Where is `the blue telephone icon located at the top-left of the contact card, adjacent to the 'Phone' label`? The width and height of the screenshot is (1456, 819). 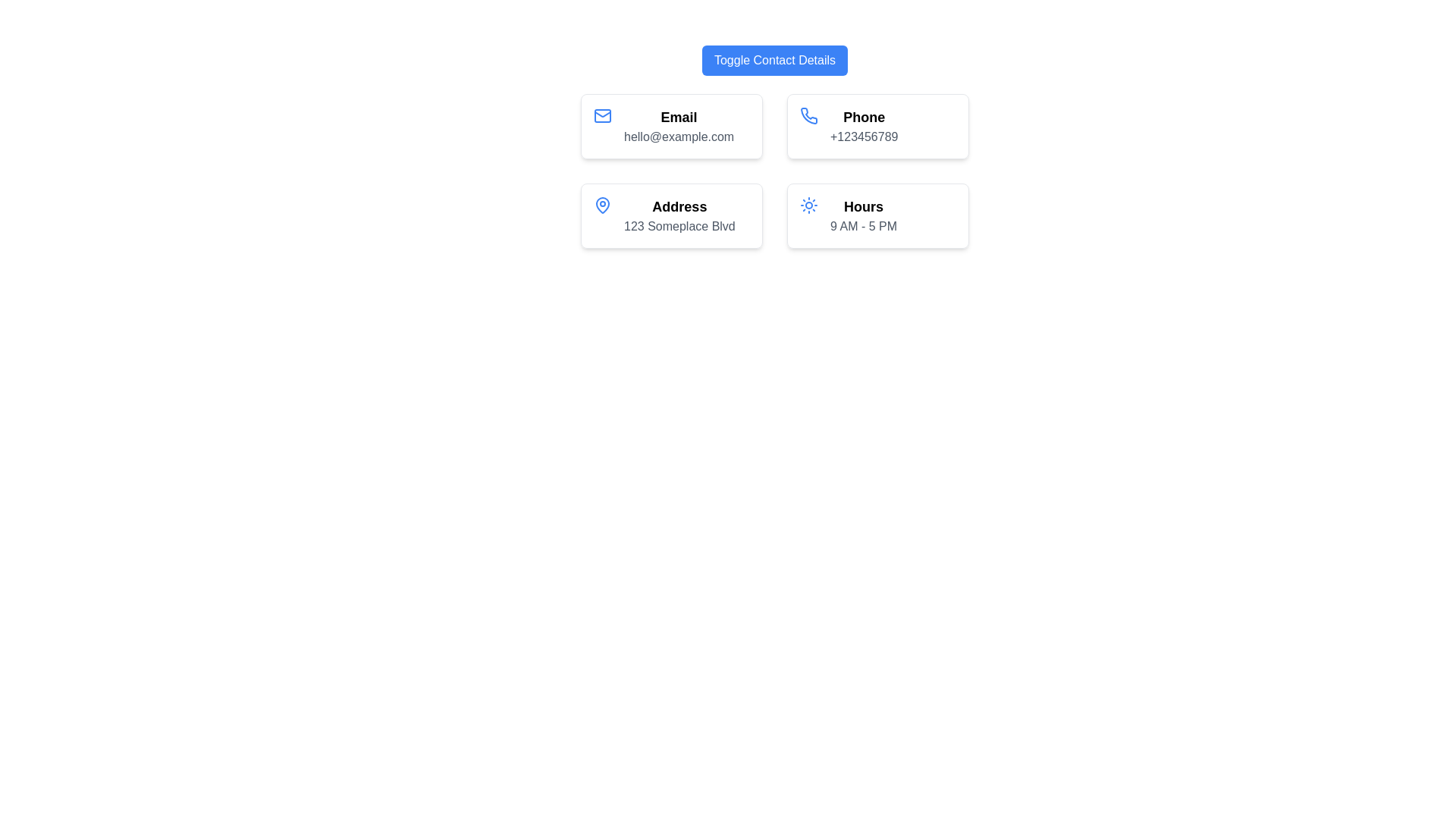 the blue telephone icon located at the top-left of the contact card, adjacent to the 'Phone' label is located at coordinates (808, 125).